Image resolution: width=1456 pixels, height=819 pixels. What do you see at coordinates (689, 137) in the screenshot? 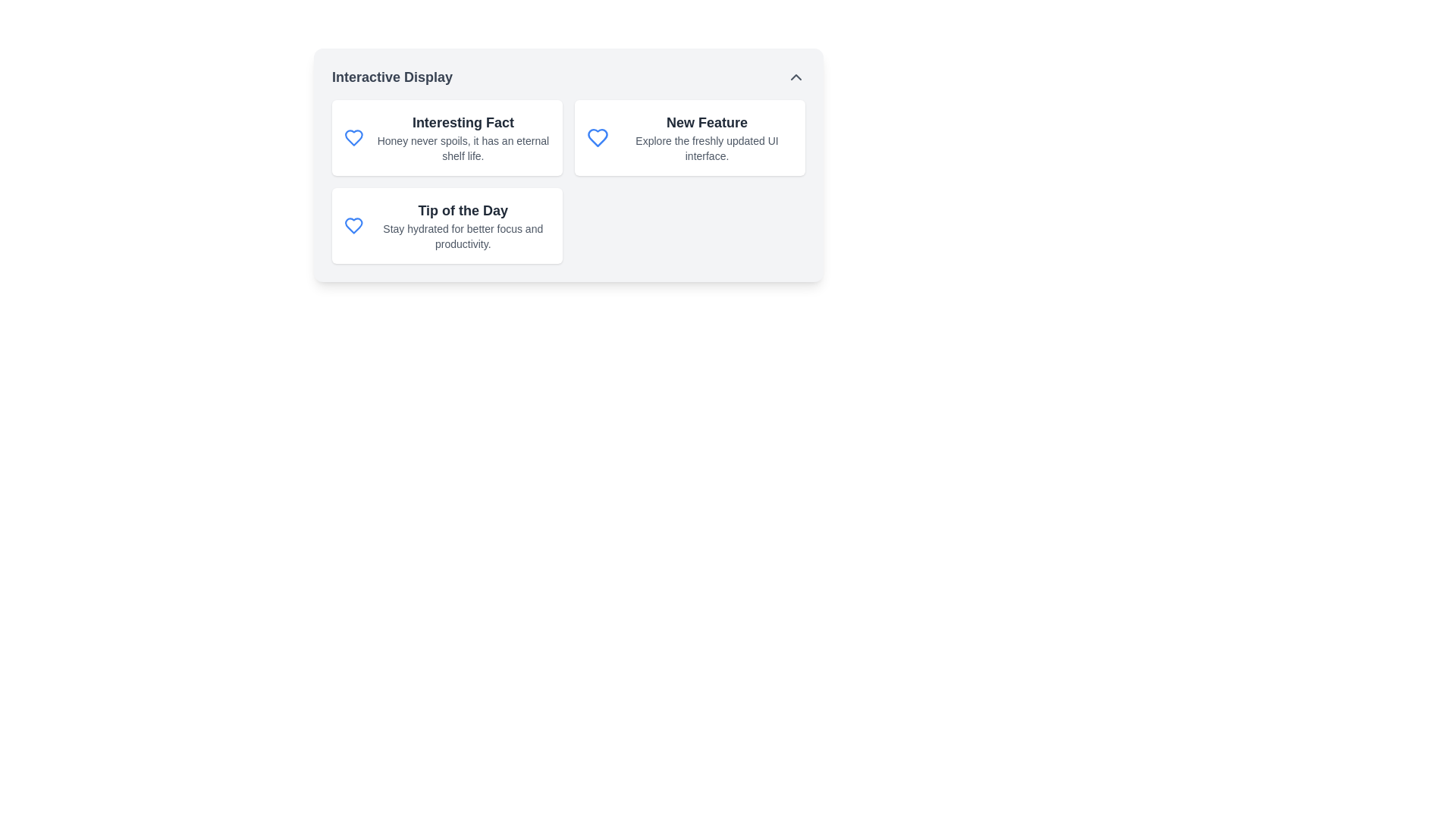
I see `text content of the second informational card or tile that highlights a 'New Feature', located centrally aligned in a grid layout of three items` at bounding box center [689, 137].